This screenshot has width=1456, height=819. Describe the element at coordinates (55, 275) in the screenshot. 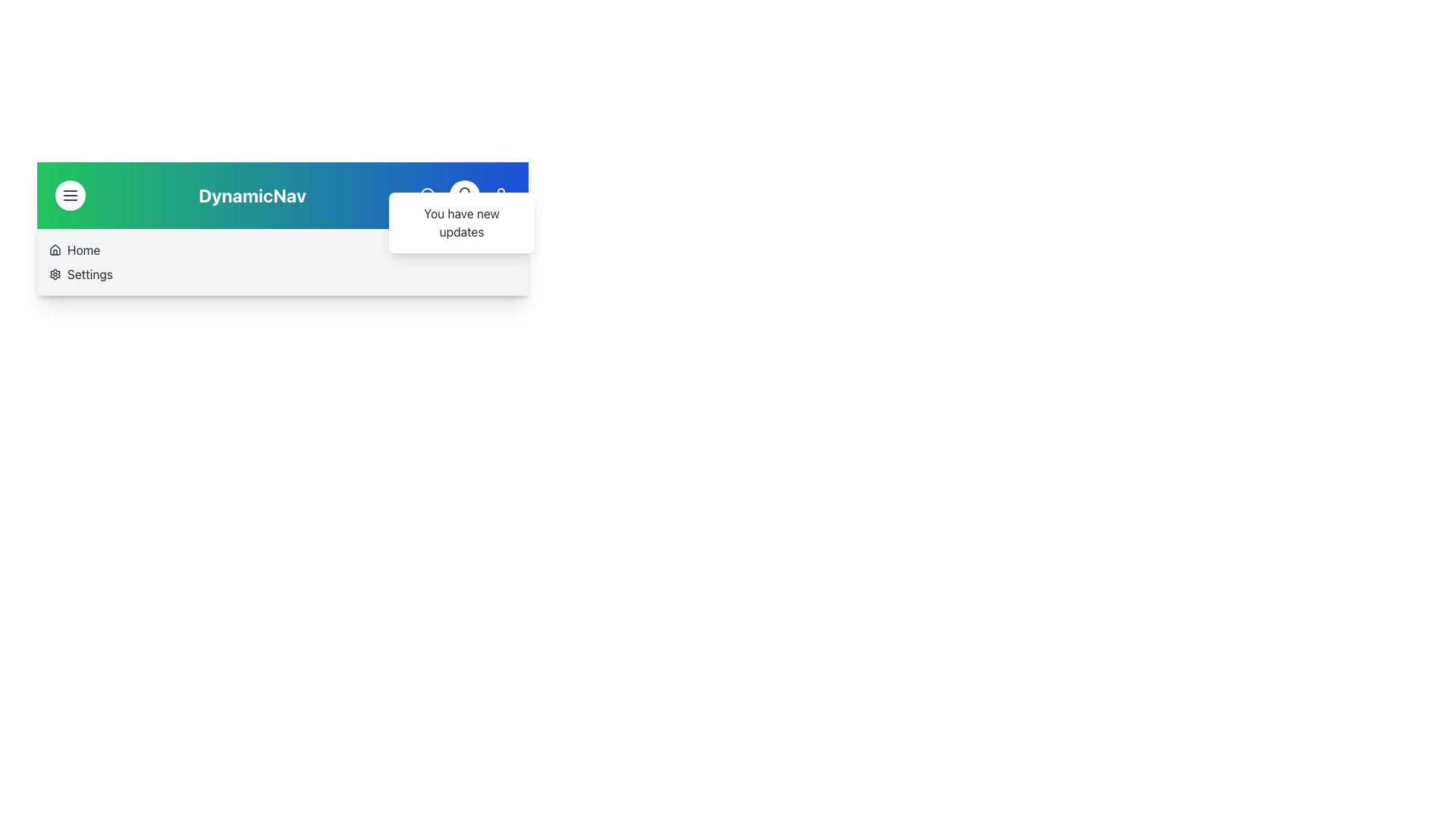

I see `the settings icon located at the leftmost position of the horizontal group containing the 'Settings' text label, positioned below the 'DynamicNav' branding section` at that location.